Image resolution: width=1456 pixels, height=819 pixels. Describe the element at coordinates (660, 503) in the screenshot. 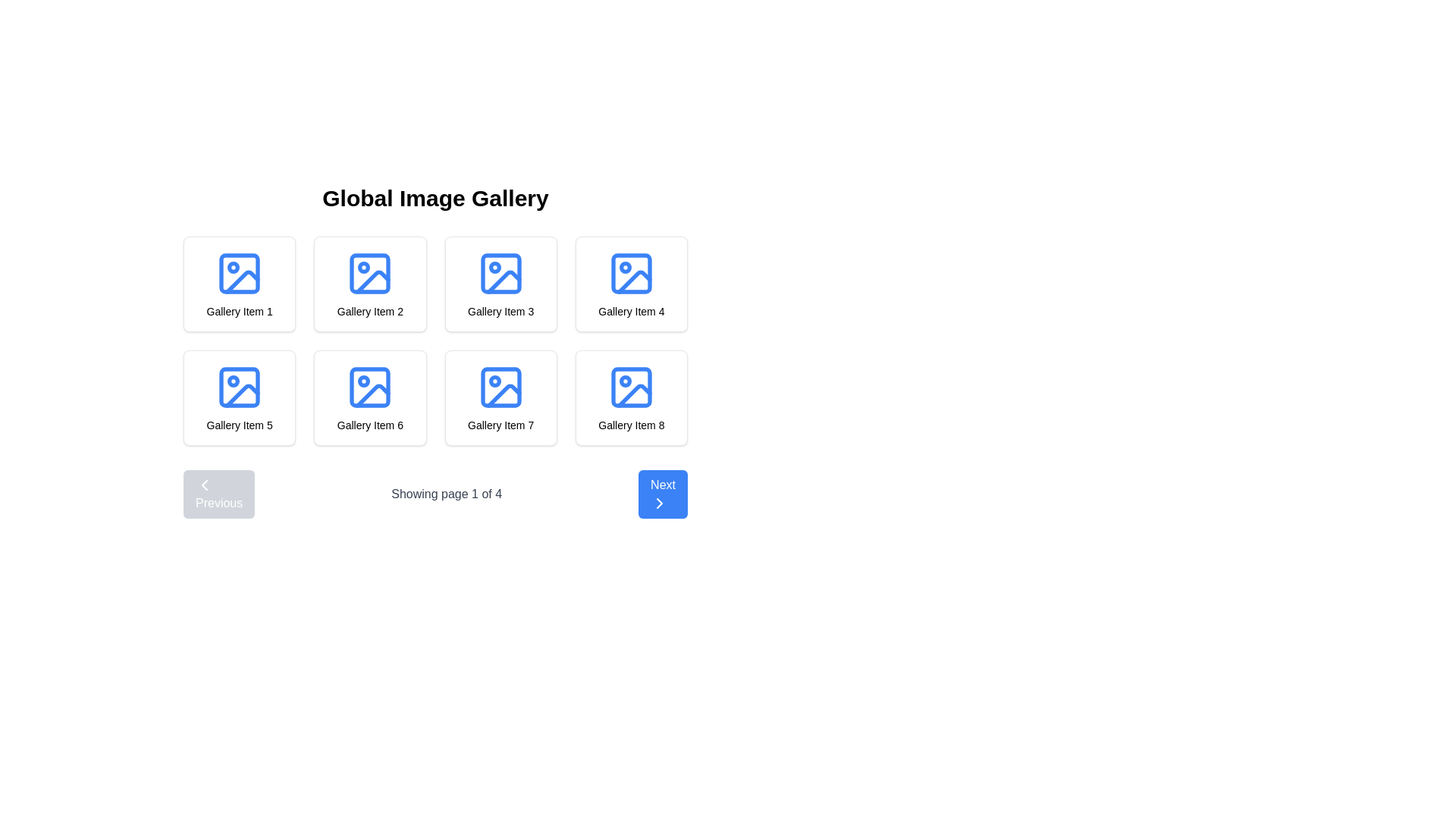

I see `the 'Next' button icon located at the bottom-right corner of the interface, which visually represents the action of proceeding to the next page or section` at that location.